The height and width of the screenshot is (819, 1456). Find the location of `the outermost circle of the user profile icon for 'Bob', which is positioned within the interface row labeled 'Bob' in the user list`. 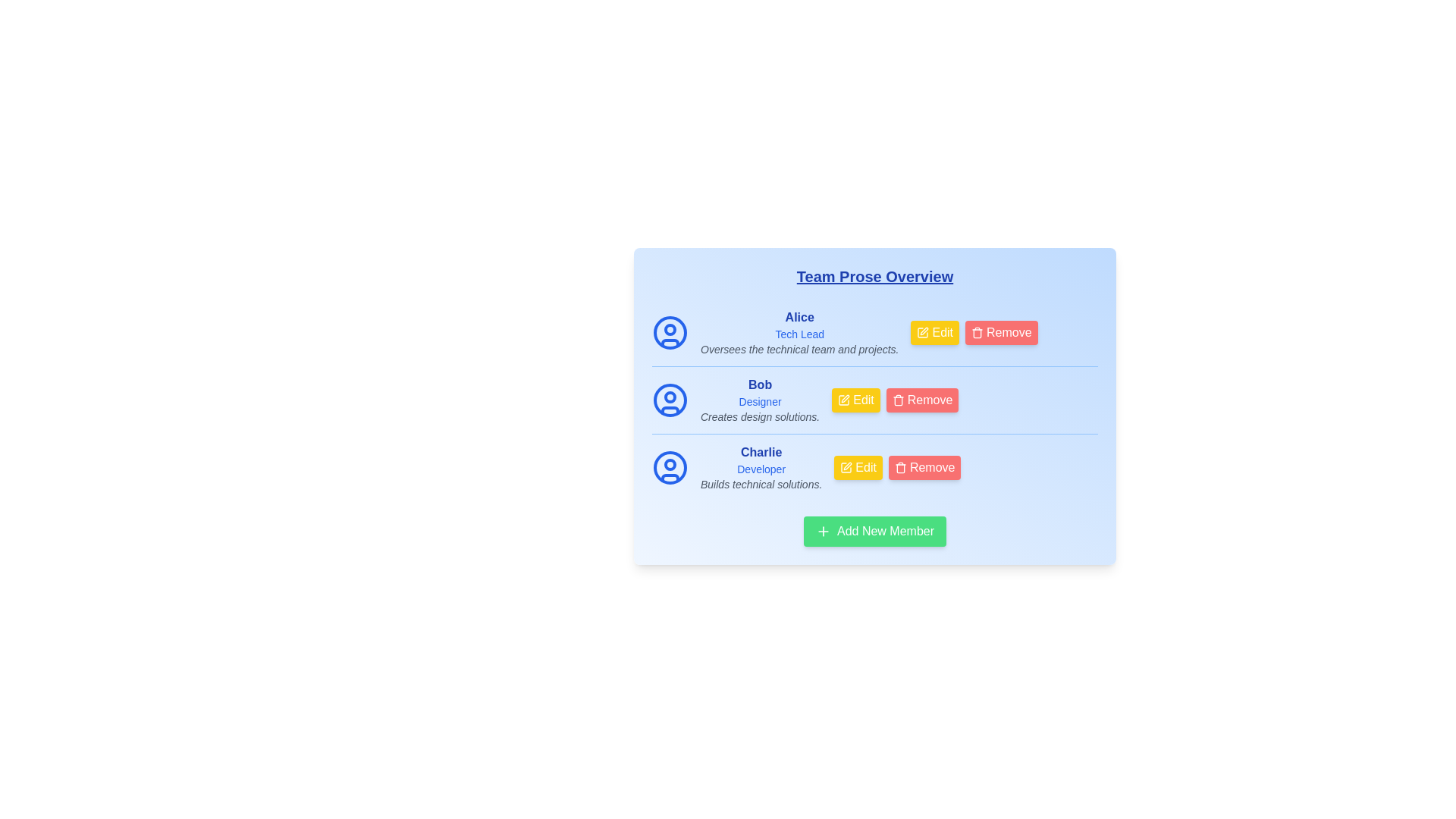

the outermost circle of the user profile icon for 'Bob', which is positioned within the interface row labeled 'Bob' in the user list is located at coordinates (669, 400).